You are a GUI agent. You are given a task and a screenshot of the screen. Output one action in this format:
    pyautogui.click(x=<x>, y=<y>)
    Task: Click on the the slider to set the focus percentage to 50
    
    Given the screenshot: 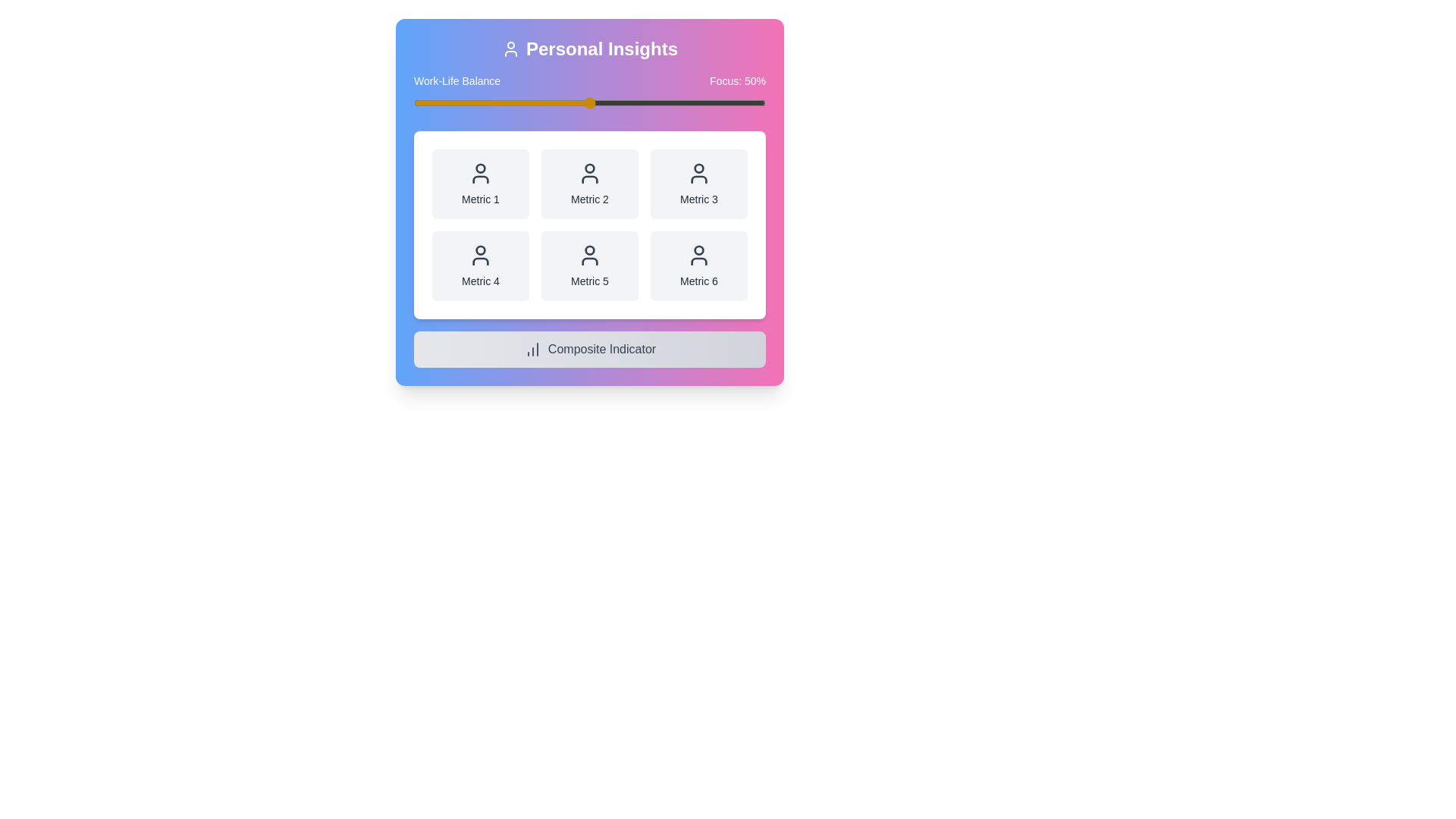 What is the action you would take?
    pyautogui.click(x=588, y=102)
    